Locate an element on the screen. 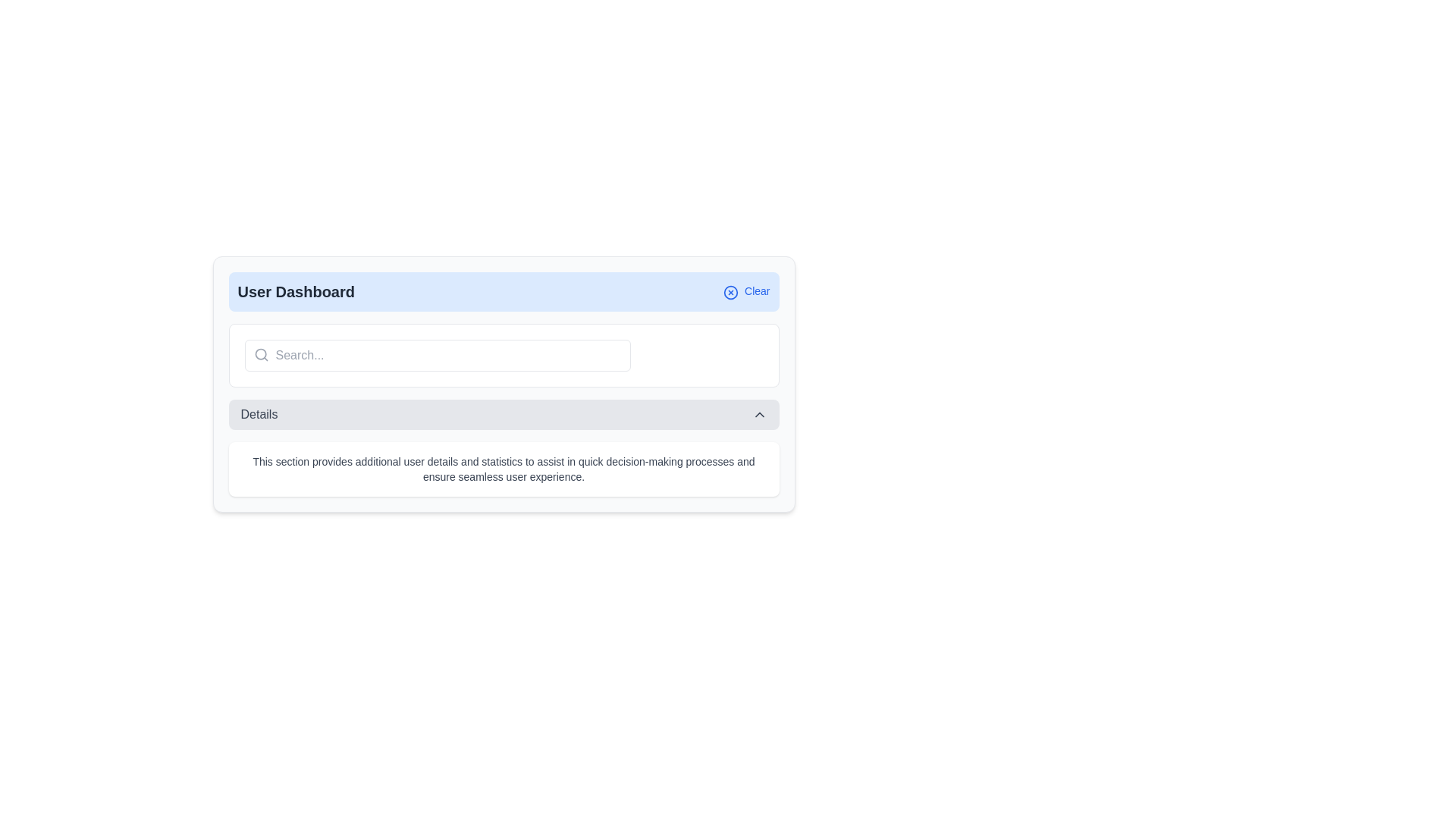 The width and height of the screenshot is (1456, 819). the close button represented by the SVG Circle Element in the top-right corner of the User Dashboard is located at coordinates (731, 292).